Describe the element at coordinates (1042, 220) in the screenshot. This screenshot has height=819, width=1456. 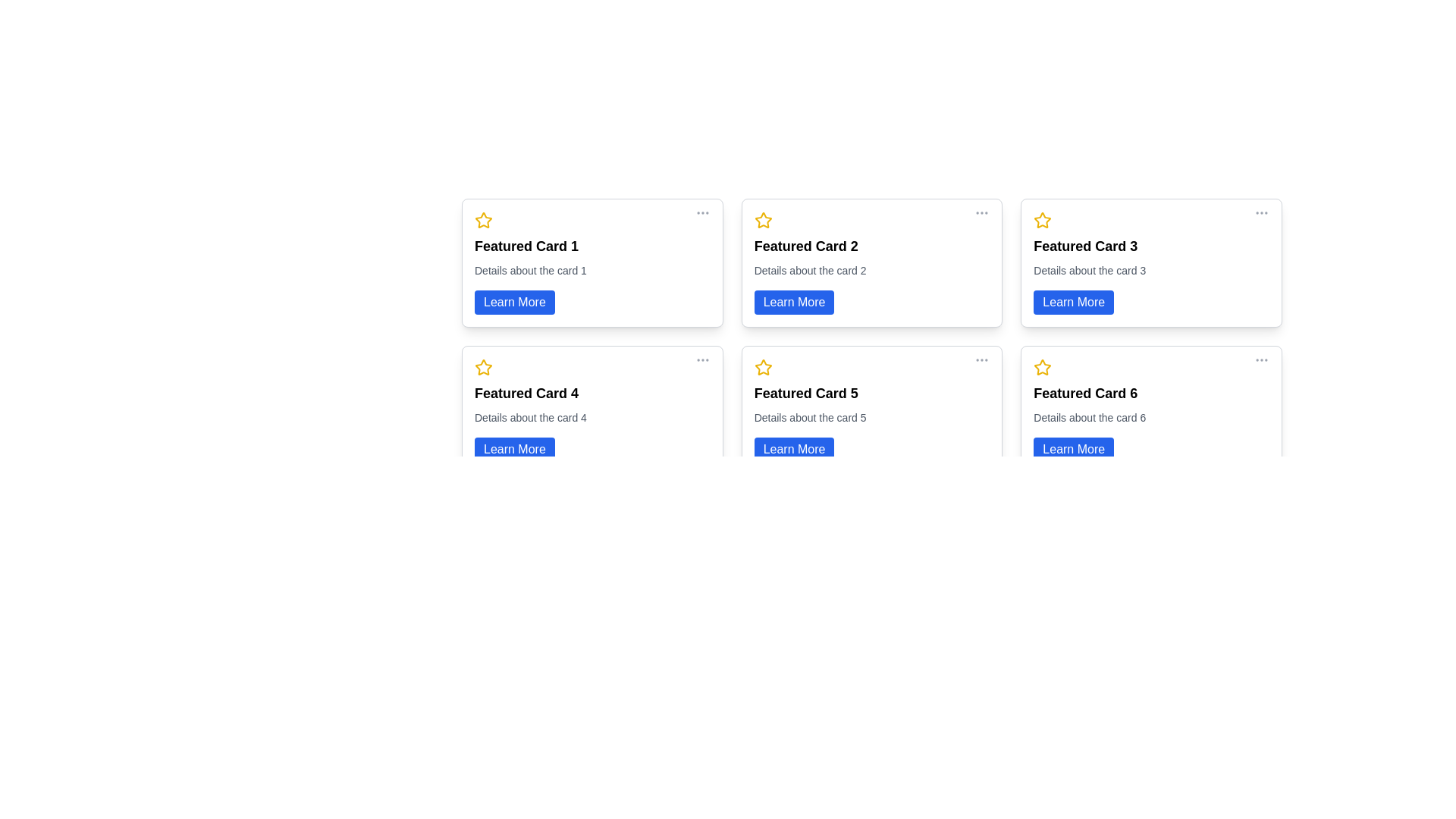
I see `the yellow star icon with a hollow center located to the left of the title 'Featured Card 3' in the header section of the second card in the grid layout` at that location.